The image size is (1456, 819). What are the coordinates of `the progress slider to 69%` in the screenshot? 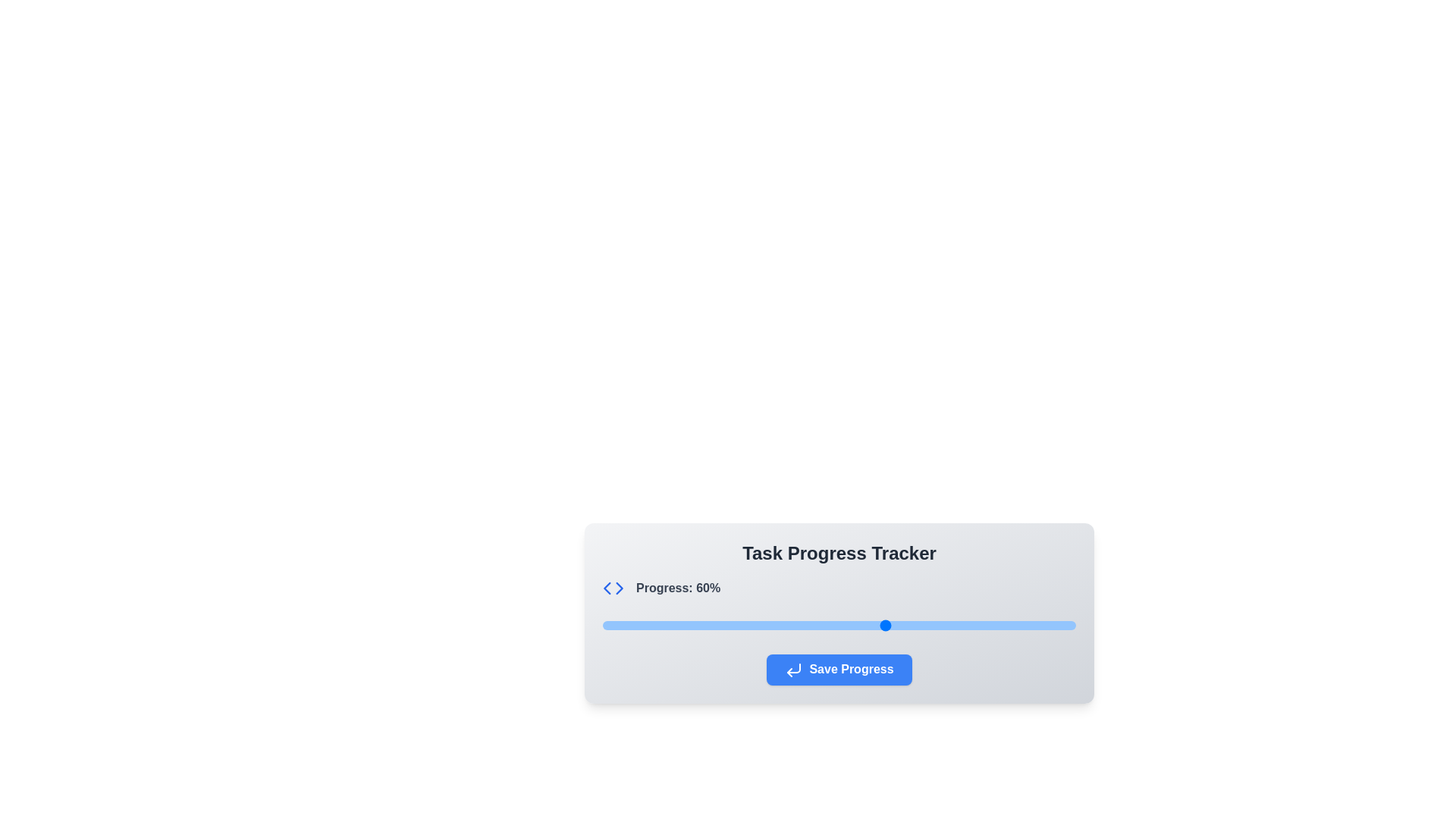 It's located at (928, 626).